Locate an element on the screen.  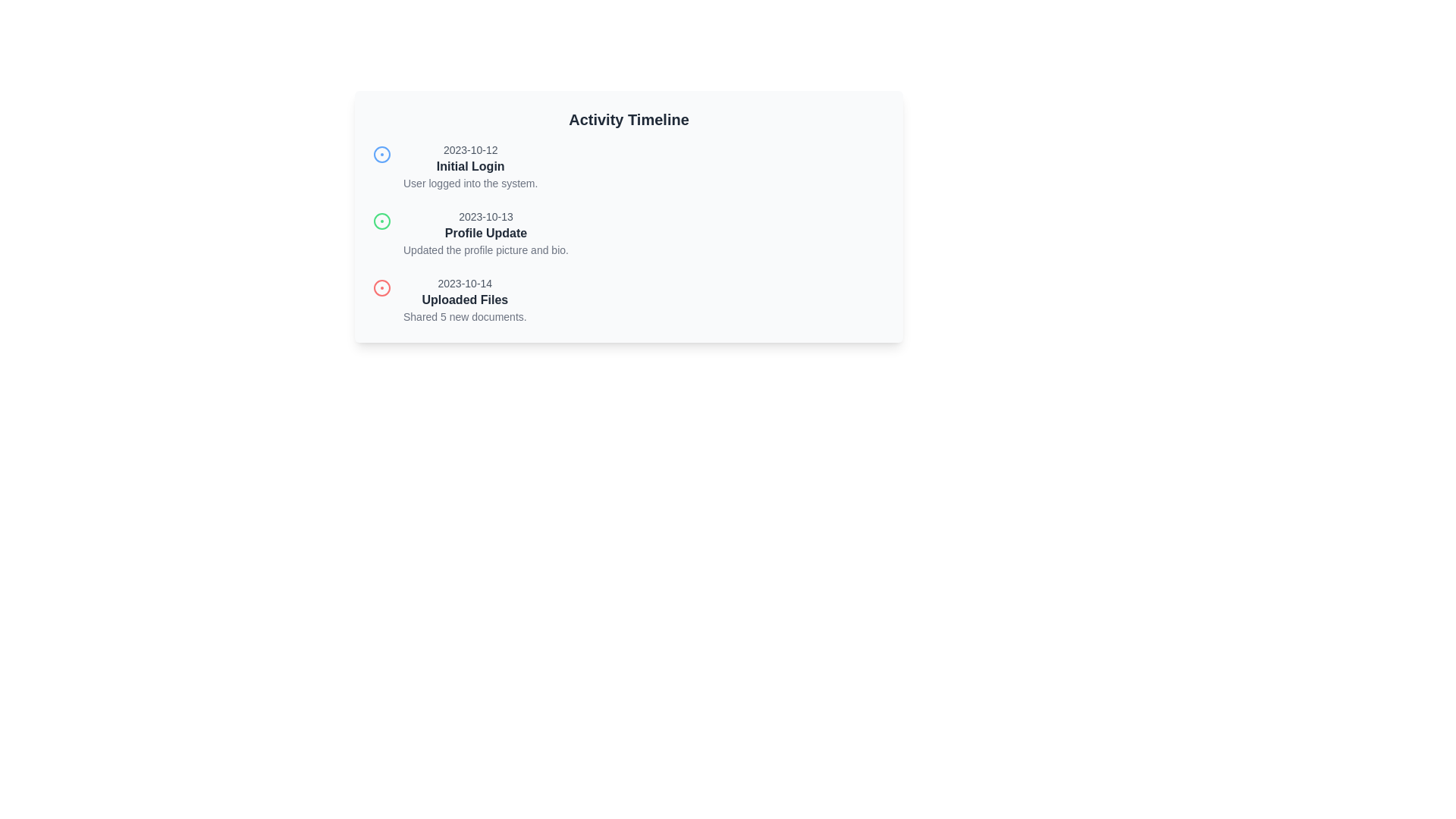
the List entry containing multiline textual information, which shows the date '2023-10-14', 'Uploaded Files', and 'Shared 5 new documents.' is located at coordinates (464, 300).